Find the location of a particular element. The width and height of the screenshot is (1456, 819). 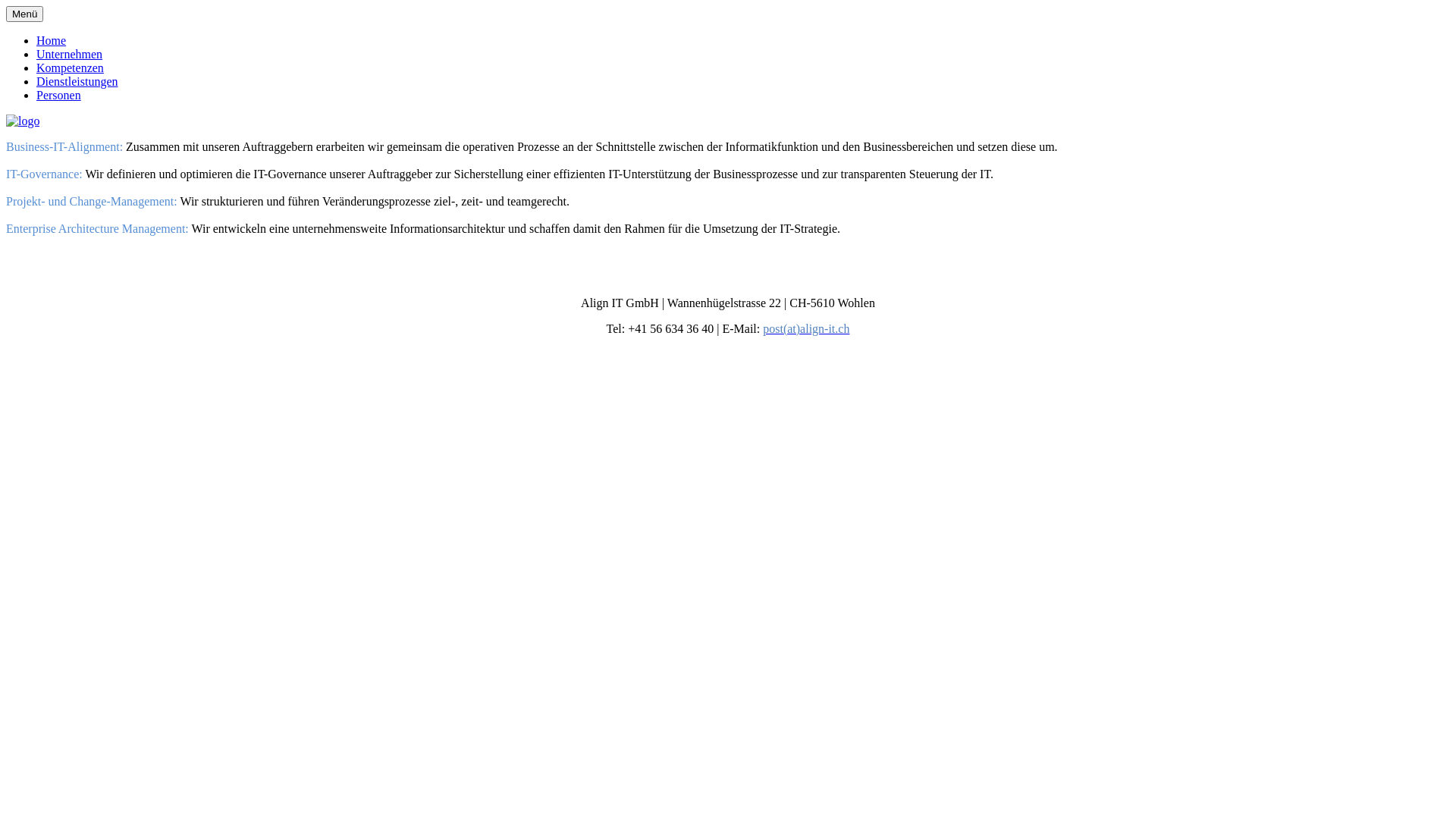

'Dienstleistungen' is located at coordinates (76, 81).